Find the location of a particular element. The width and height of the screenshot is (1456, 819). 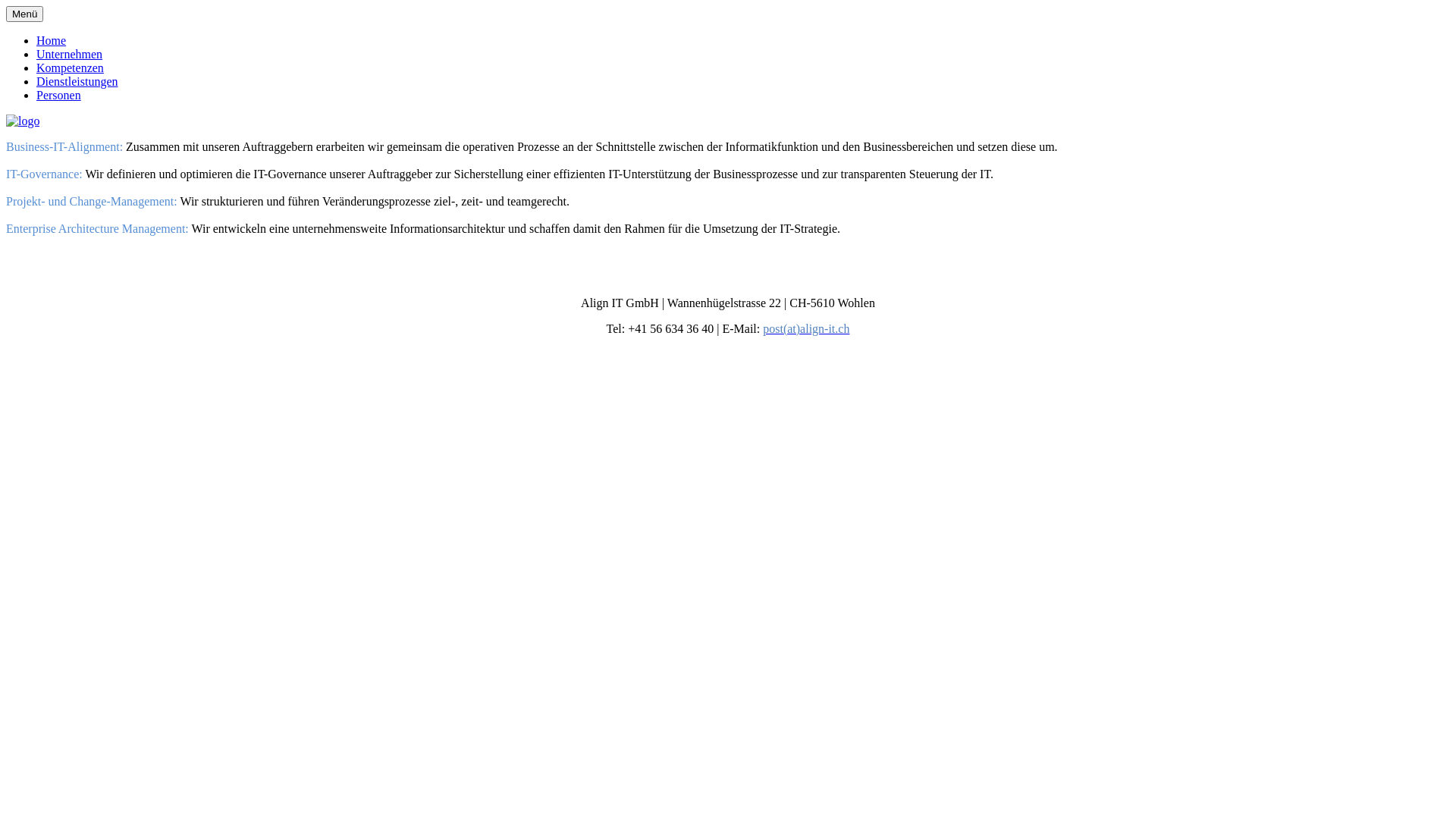

'Dienstleistungen' is located at coordinates (76, 81).